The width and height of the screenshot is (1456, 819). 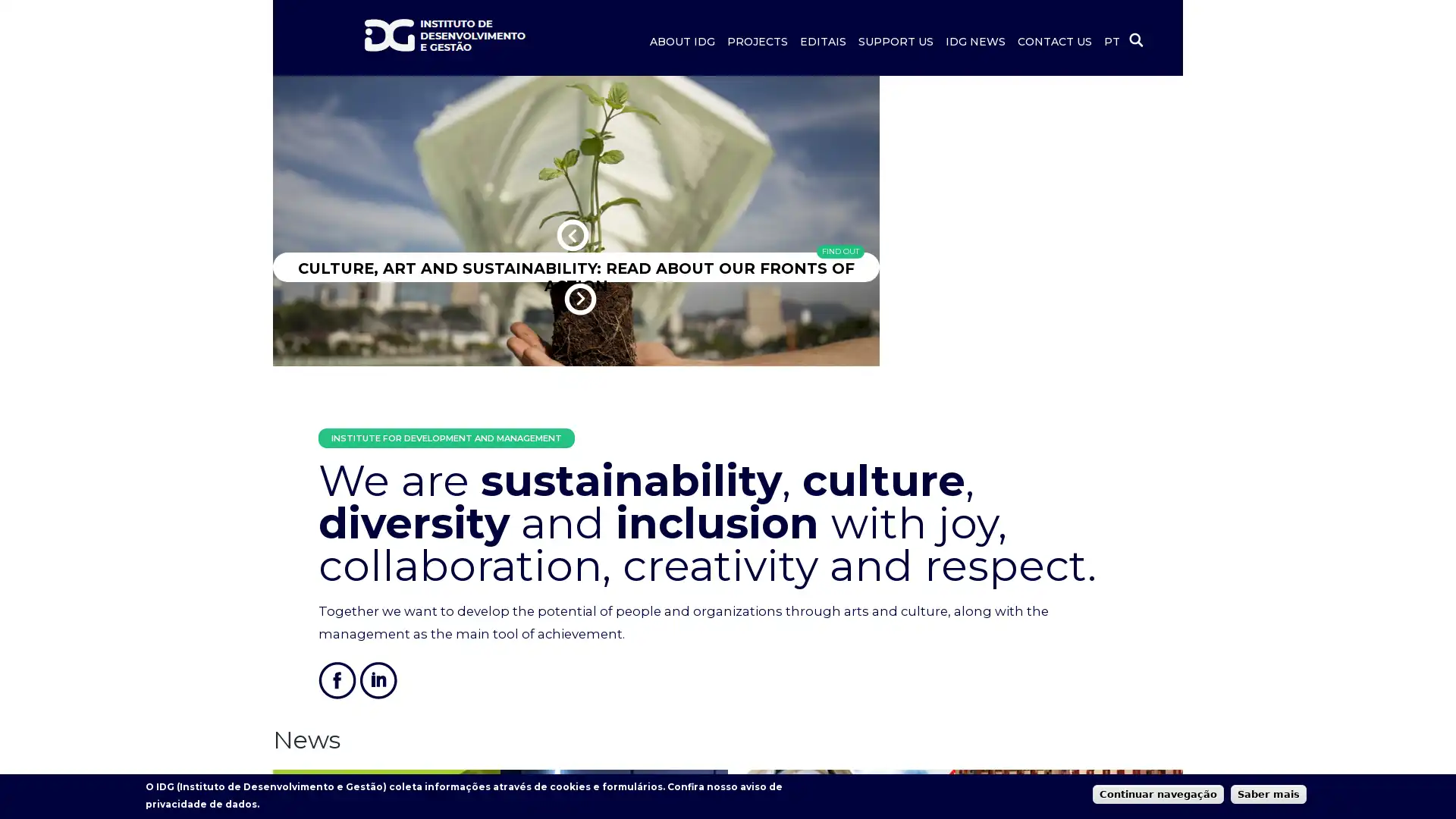 What do you see at coordinates (1157, 792) in the screenshot?
I see `Continuar navegacao` at bounding box center [1157, 792].